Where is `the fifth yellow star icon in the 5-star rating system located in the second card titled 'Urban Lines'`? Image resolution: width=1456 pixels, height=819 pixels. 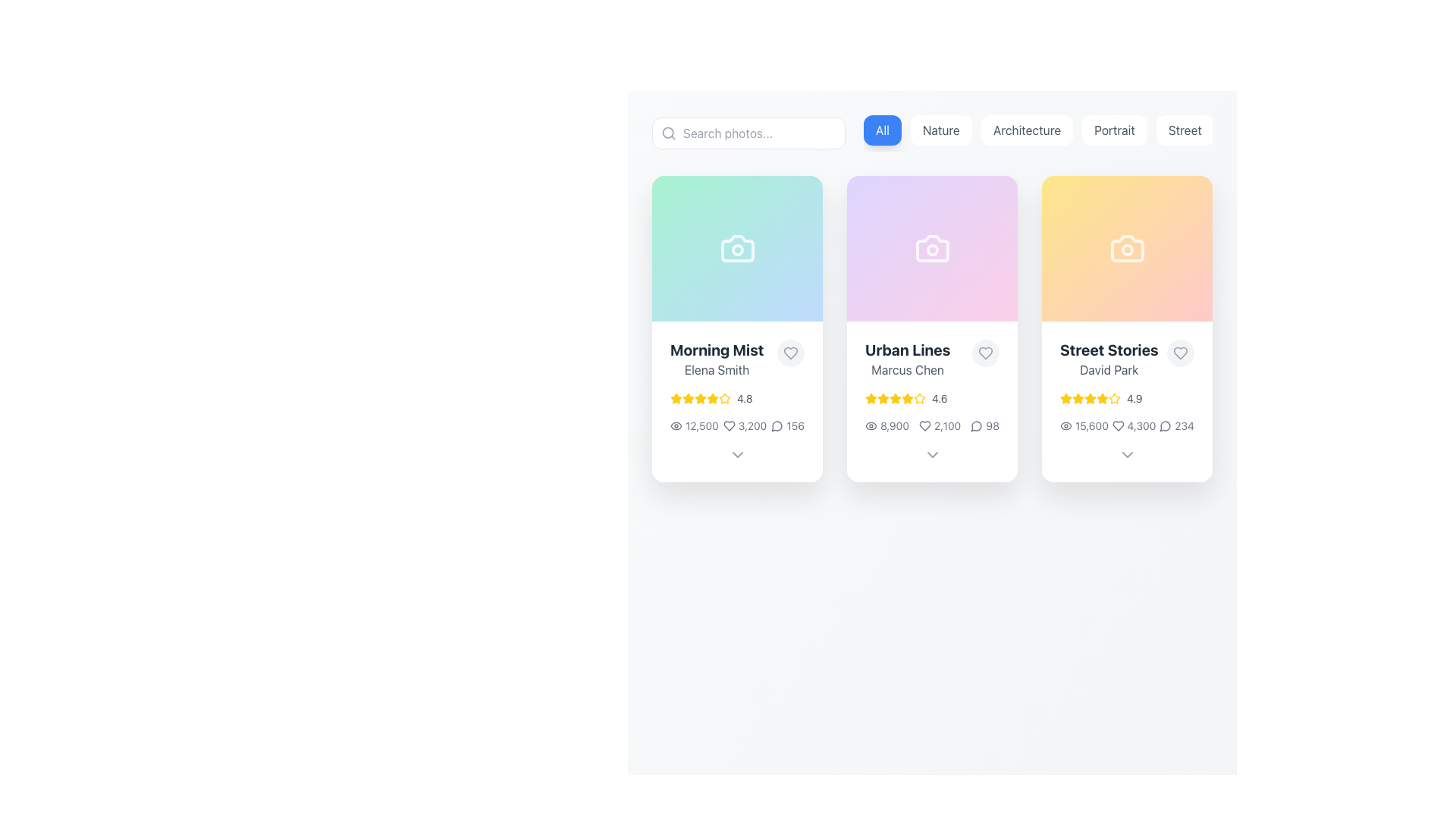 the fifth yellow star icon in the 5-star rating system located in the second card titled 'Urban Lines' is located at coordinates (907, 397).